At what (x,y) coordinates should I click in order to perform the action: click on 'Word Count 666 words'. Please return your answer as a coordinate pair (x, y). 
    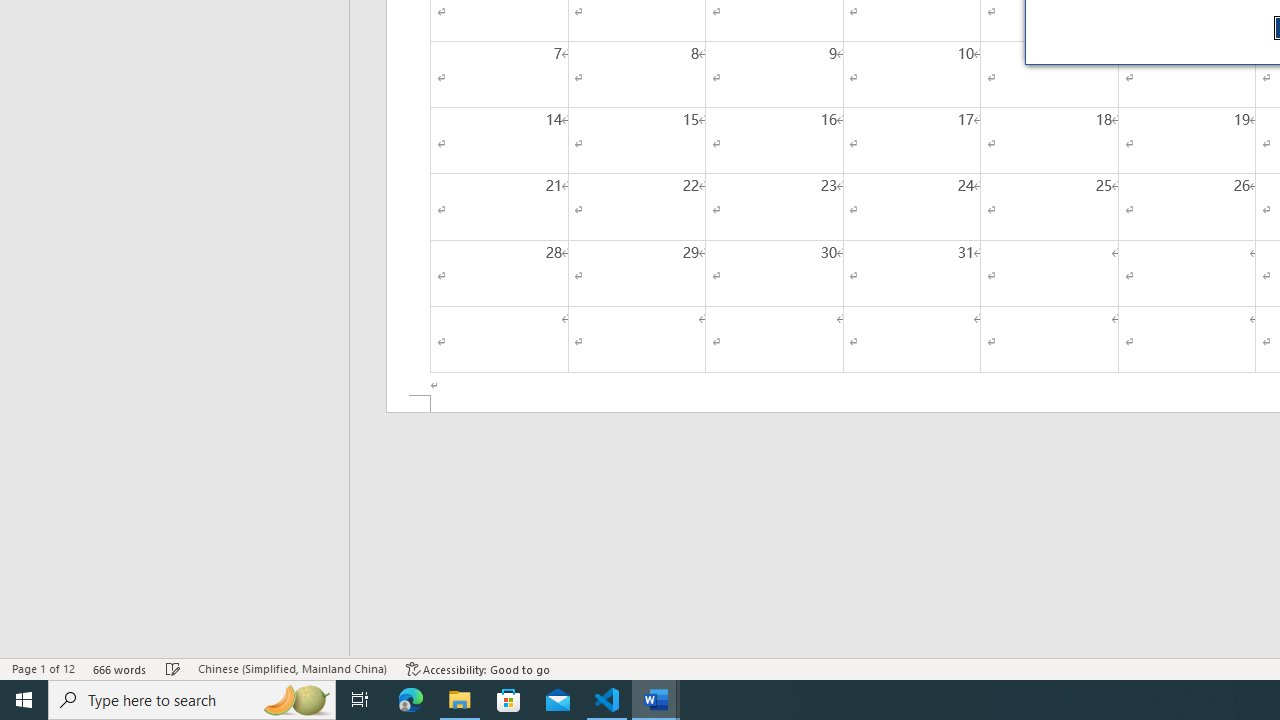
    Looking at the image, I should click on (119, 669).